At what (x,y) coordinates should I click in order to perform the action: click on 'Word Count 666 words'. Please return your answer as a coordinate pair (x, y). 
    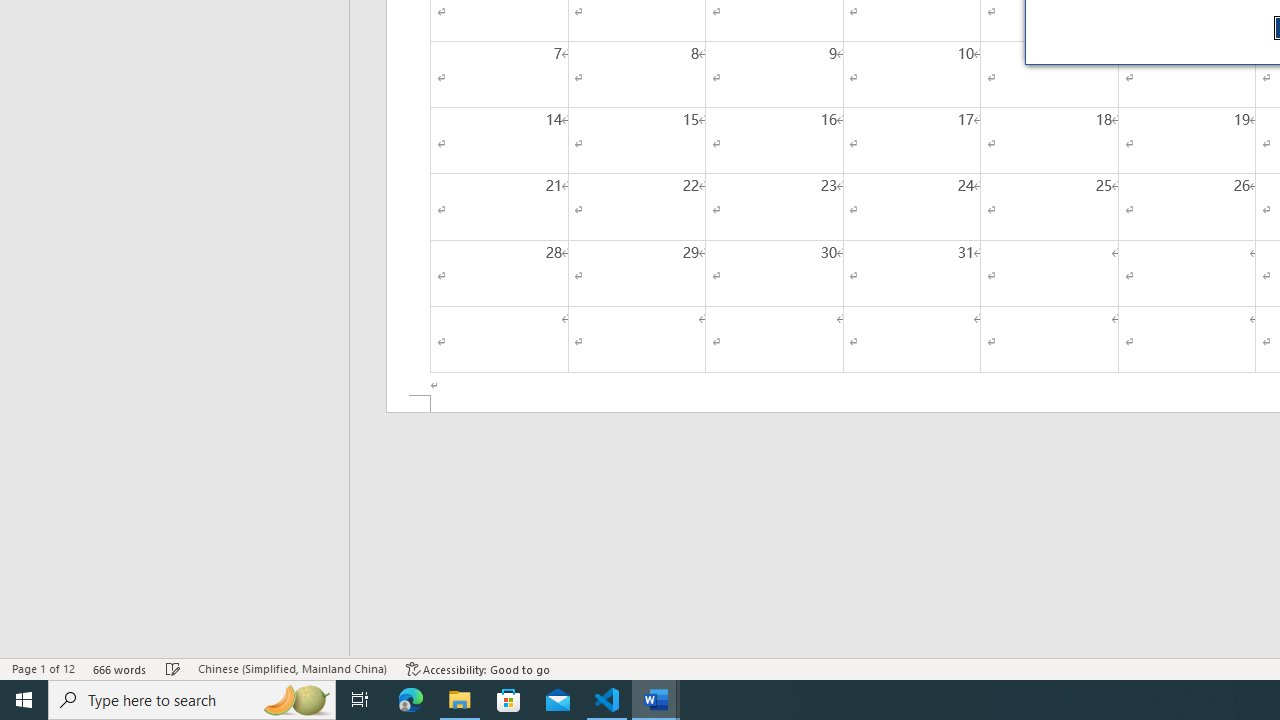
    Looking at the image, I should click on (119, 669).